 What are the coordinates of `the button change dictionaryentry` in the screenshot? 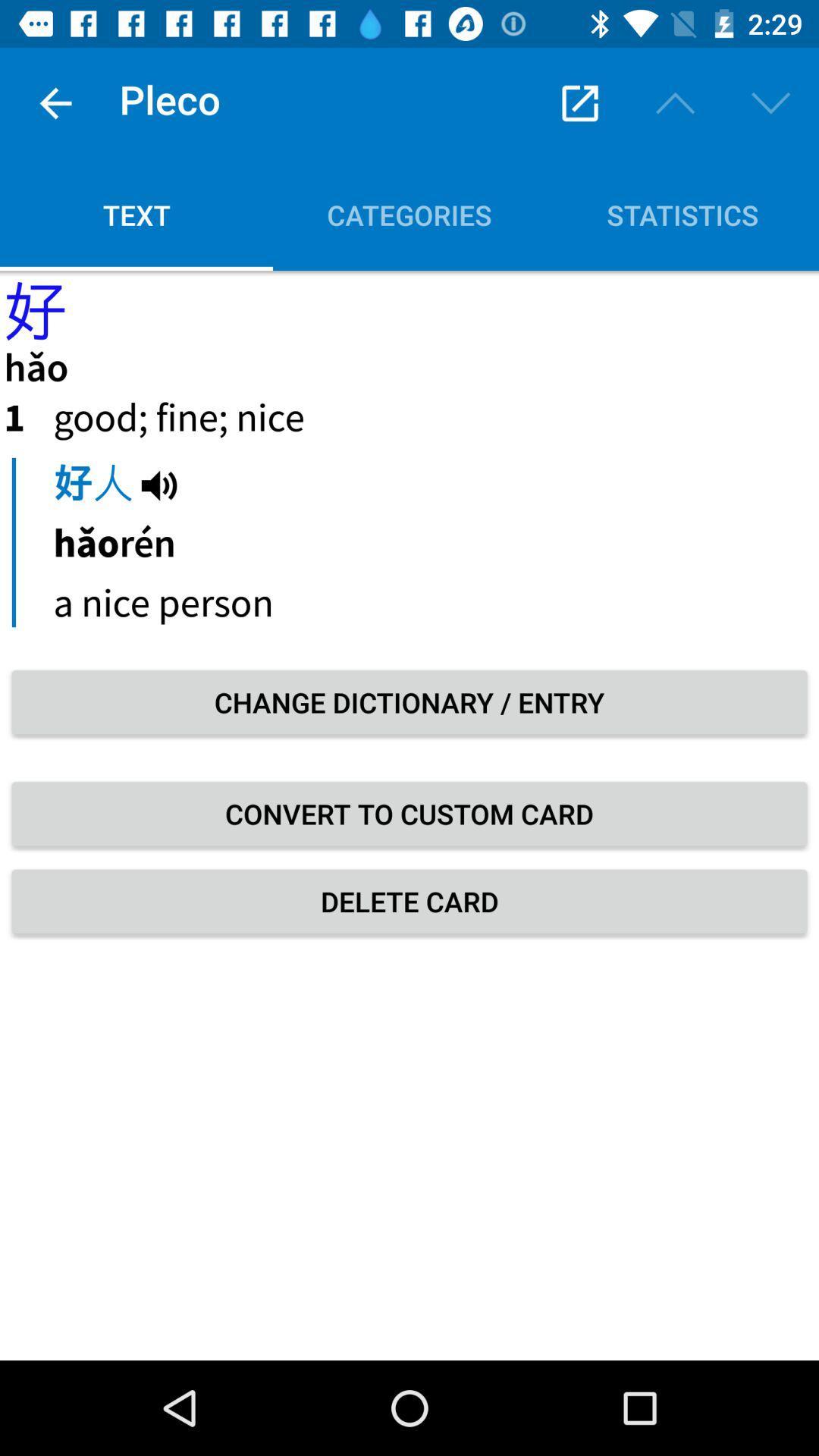 It's located at (409, 701).